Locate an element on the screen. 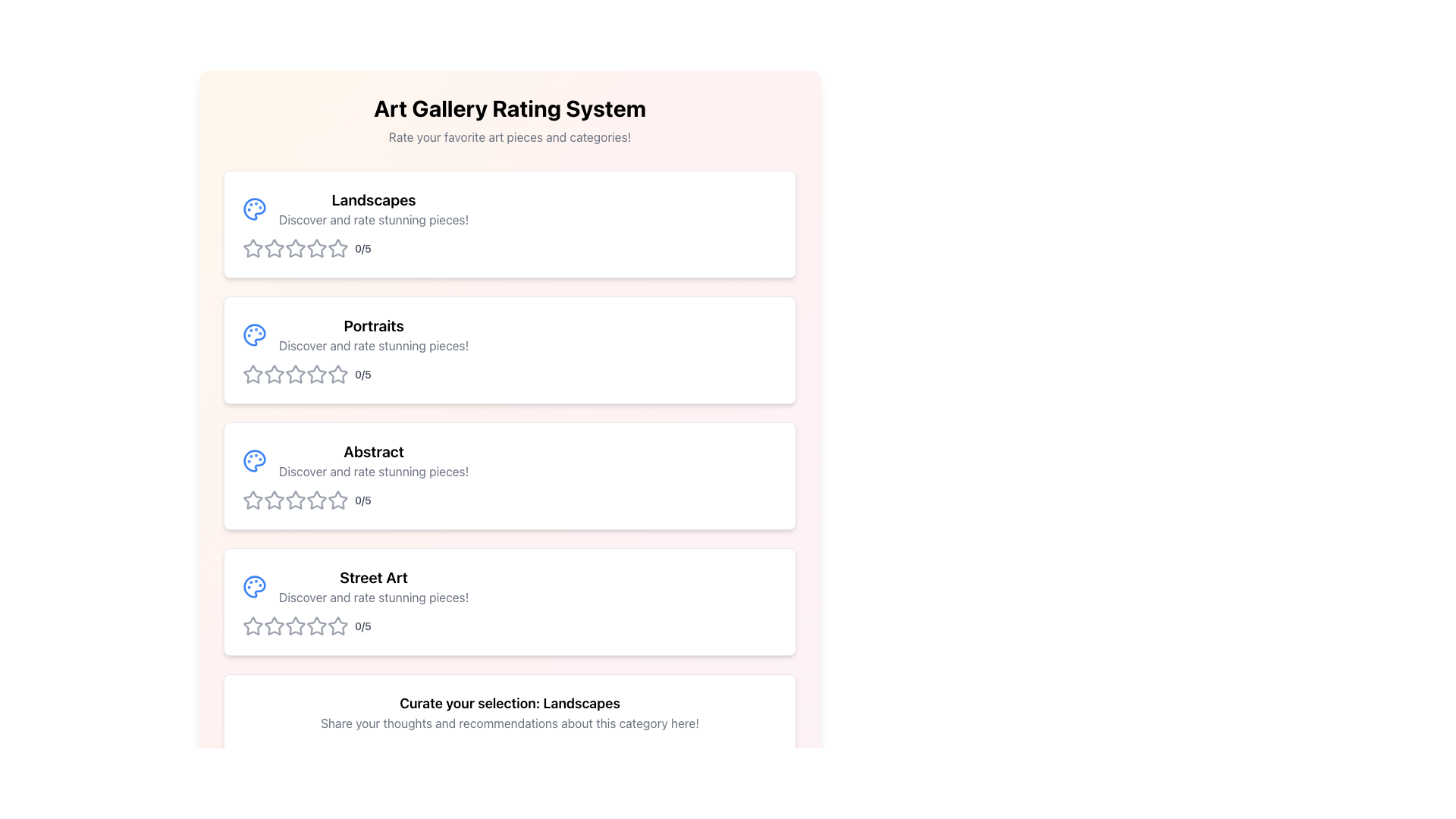  the first star icon in the Landscapes section is located at coordinates (252, 247).